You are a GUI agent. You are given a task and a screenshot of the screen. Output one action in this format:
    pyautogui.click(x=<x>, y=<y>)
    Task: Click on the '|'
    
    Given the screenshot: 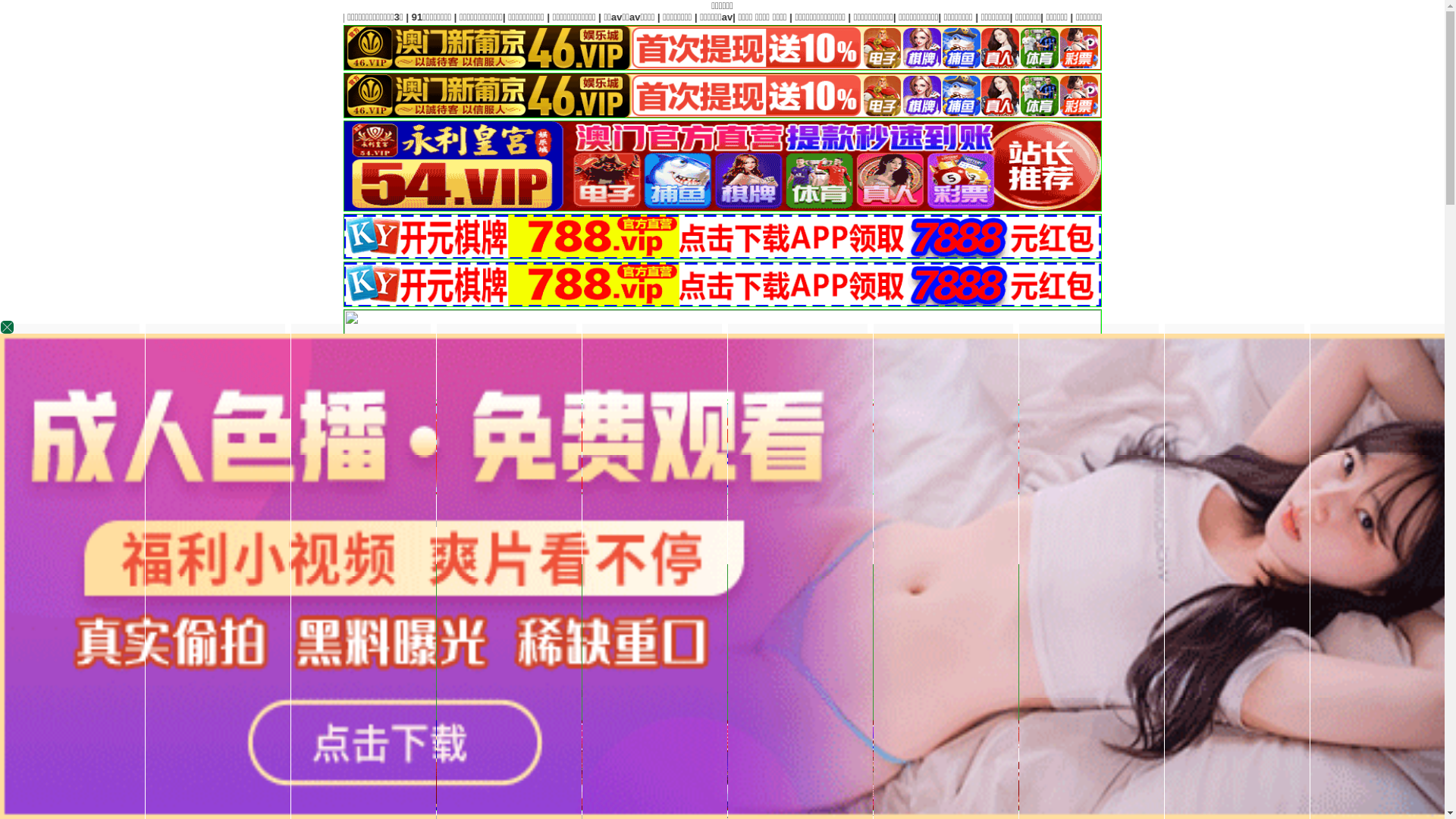 What is the action you would take?
    pyautogui.click(x=1321, y=17)
    